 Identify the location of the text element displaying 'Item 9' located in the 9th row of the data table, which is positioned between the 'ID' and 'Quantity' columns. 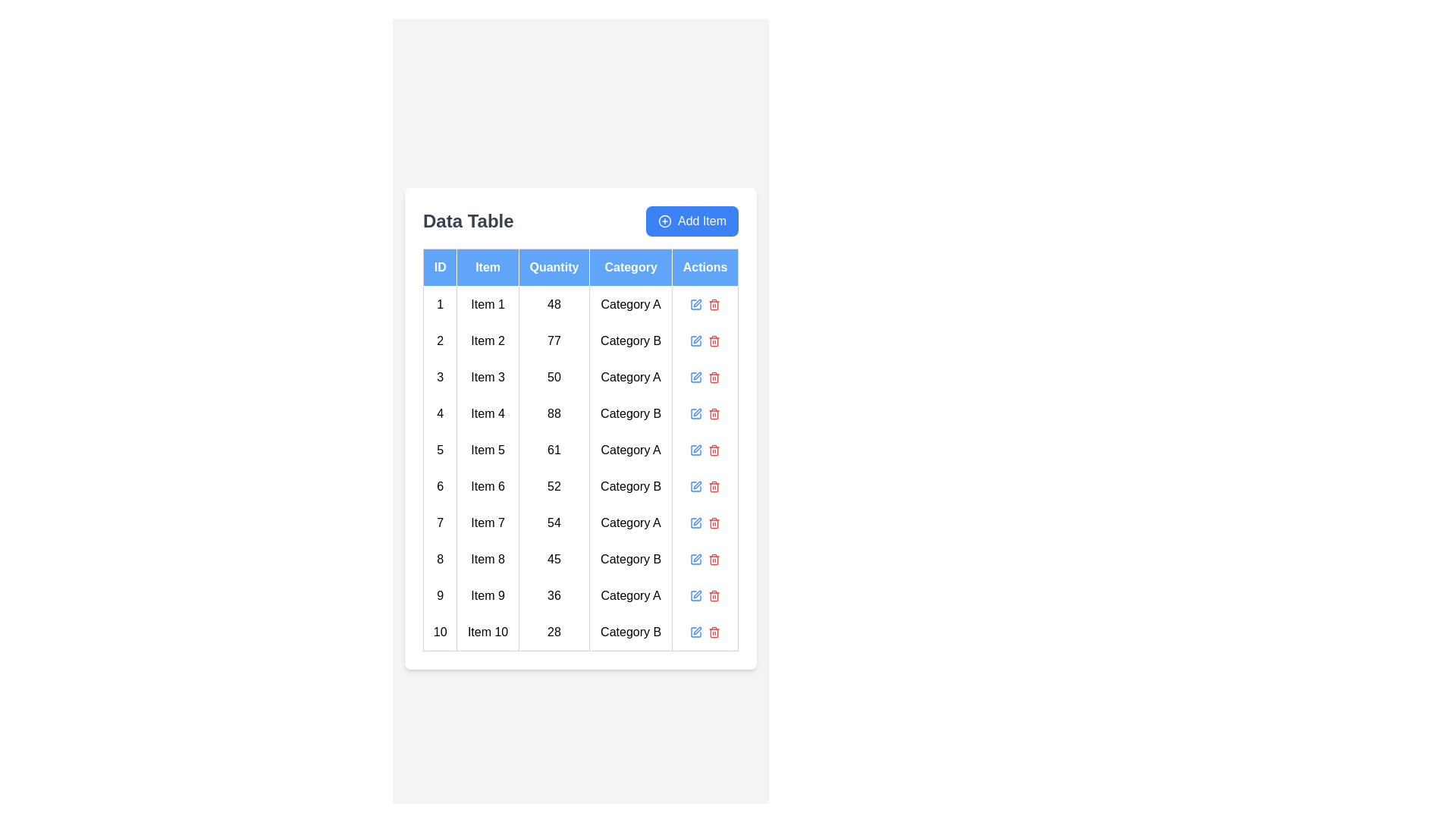
(488, 595).